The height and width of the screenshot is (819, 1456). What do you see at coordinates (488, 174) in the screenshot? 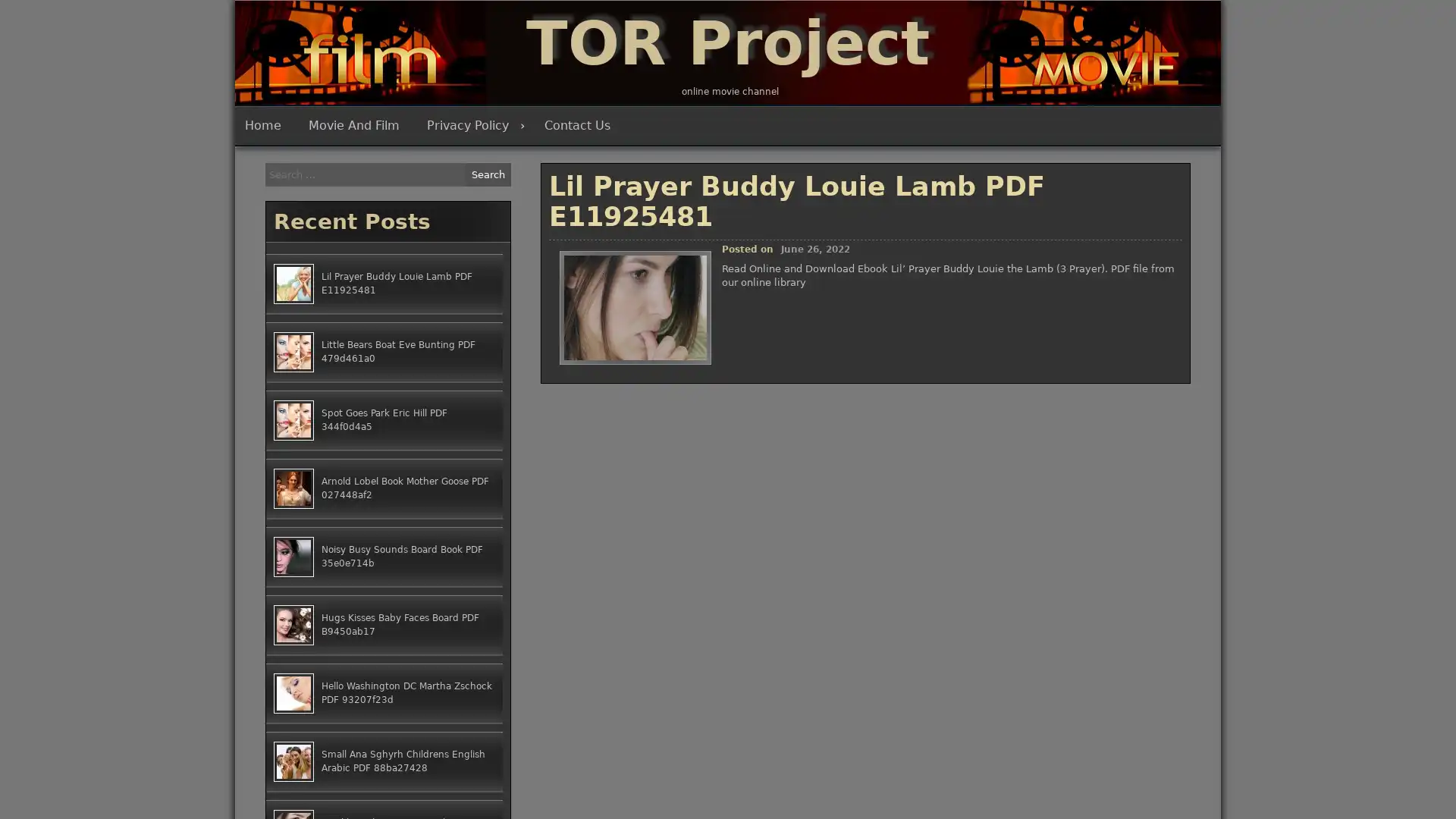
I see `Search` at bounding box center [488, 174].